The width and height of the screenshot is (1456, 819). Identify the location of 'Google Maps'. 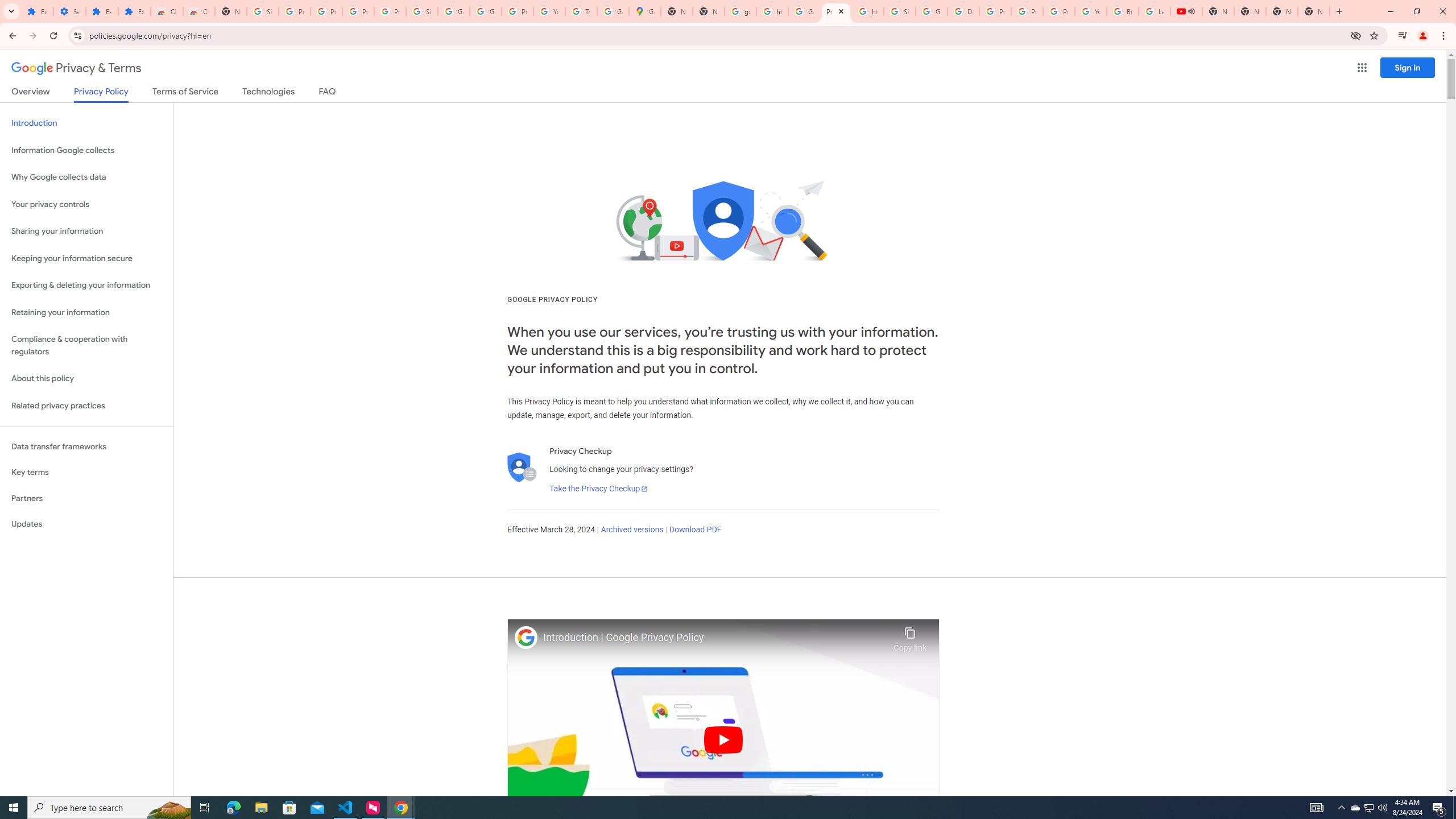
(644, 11).